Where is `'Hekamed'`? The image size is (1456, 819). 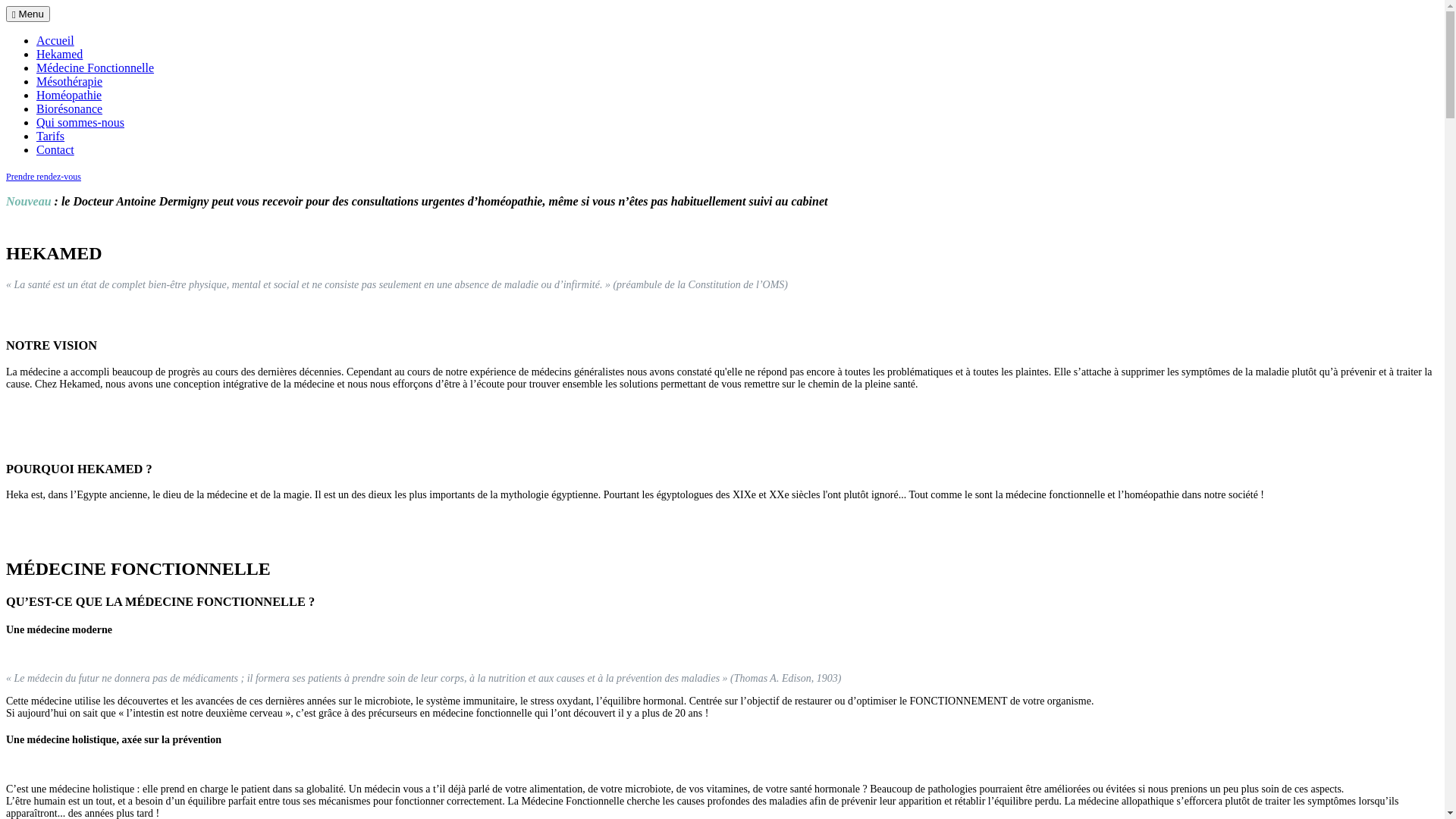
'Hekamed' is located at coordinates (59, 53).